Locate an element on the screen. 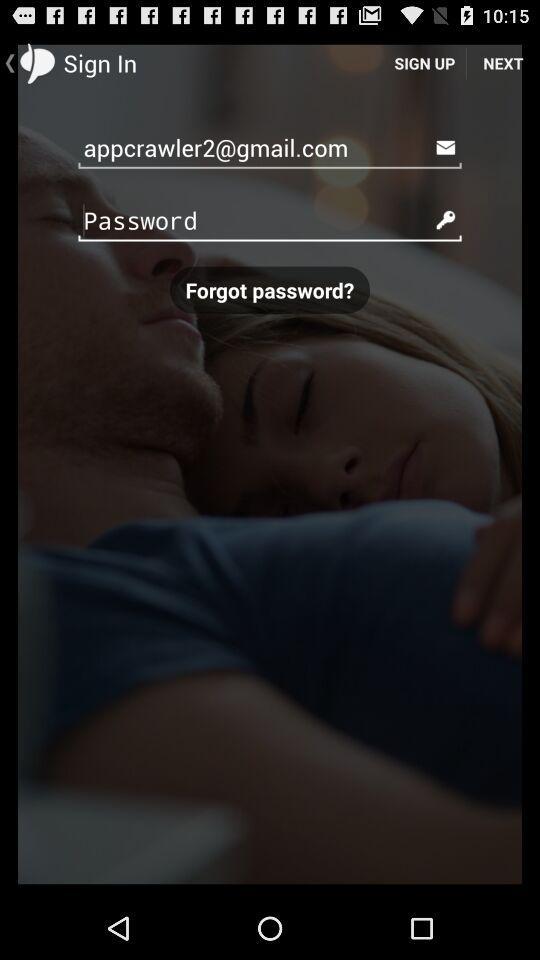 The image size is (540, 960). sign up is located at coordinates (423, 62).